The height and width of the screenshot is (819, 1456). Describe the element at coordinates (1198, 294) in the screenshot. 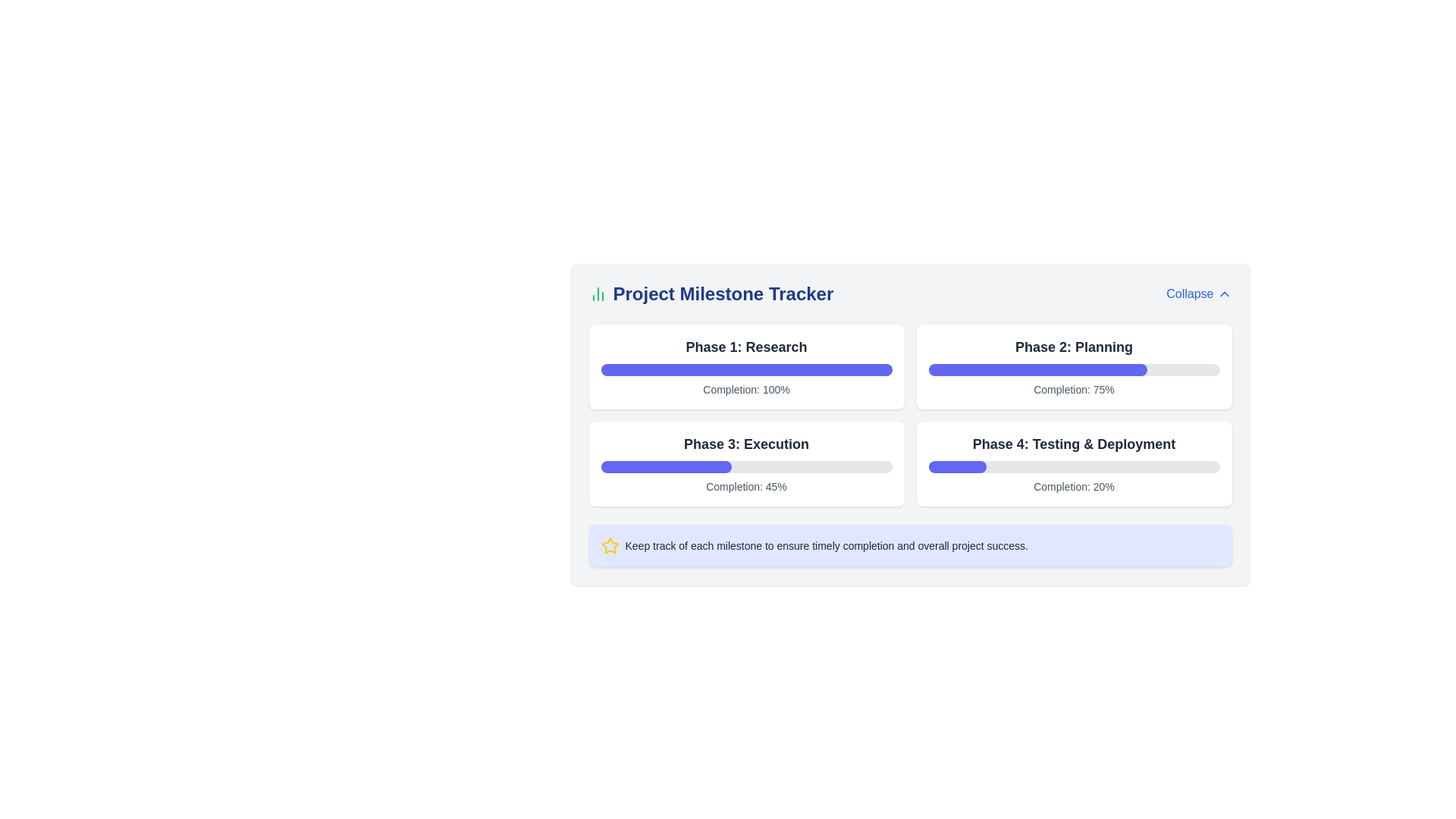

I see `the 'Collapse' button, which is a clickable text label styled in blue font with an upward arrow icon next to it, located at the top-right corner of the 'Project Milestone Tracker' section` at that location.